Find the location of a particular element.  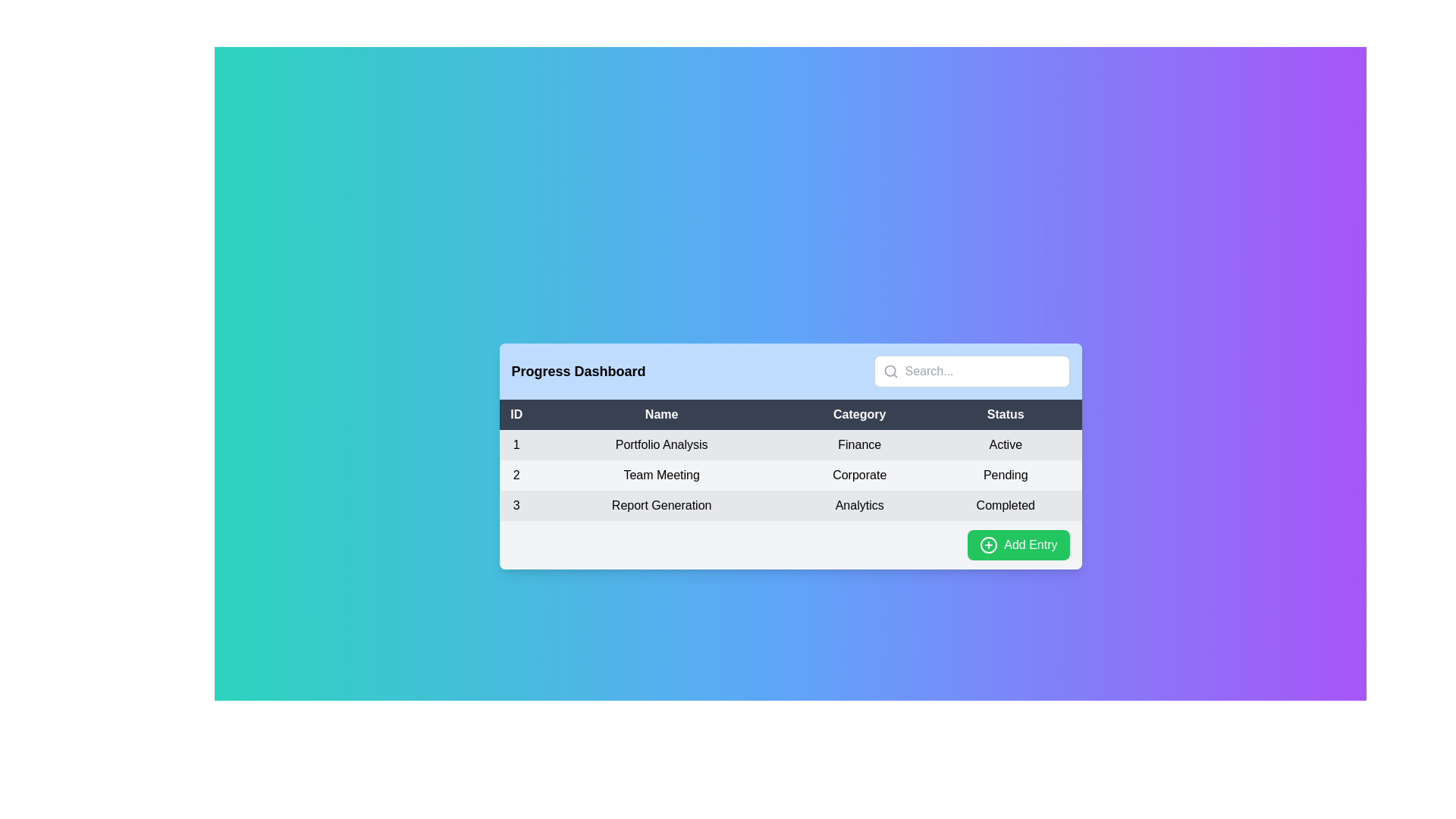

the text label displaying the number '3' in bold and black font located in the 'ID' column of the 'Report Generation' row in the table is located at coordinates (516, 506).